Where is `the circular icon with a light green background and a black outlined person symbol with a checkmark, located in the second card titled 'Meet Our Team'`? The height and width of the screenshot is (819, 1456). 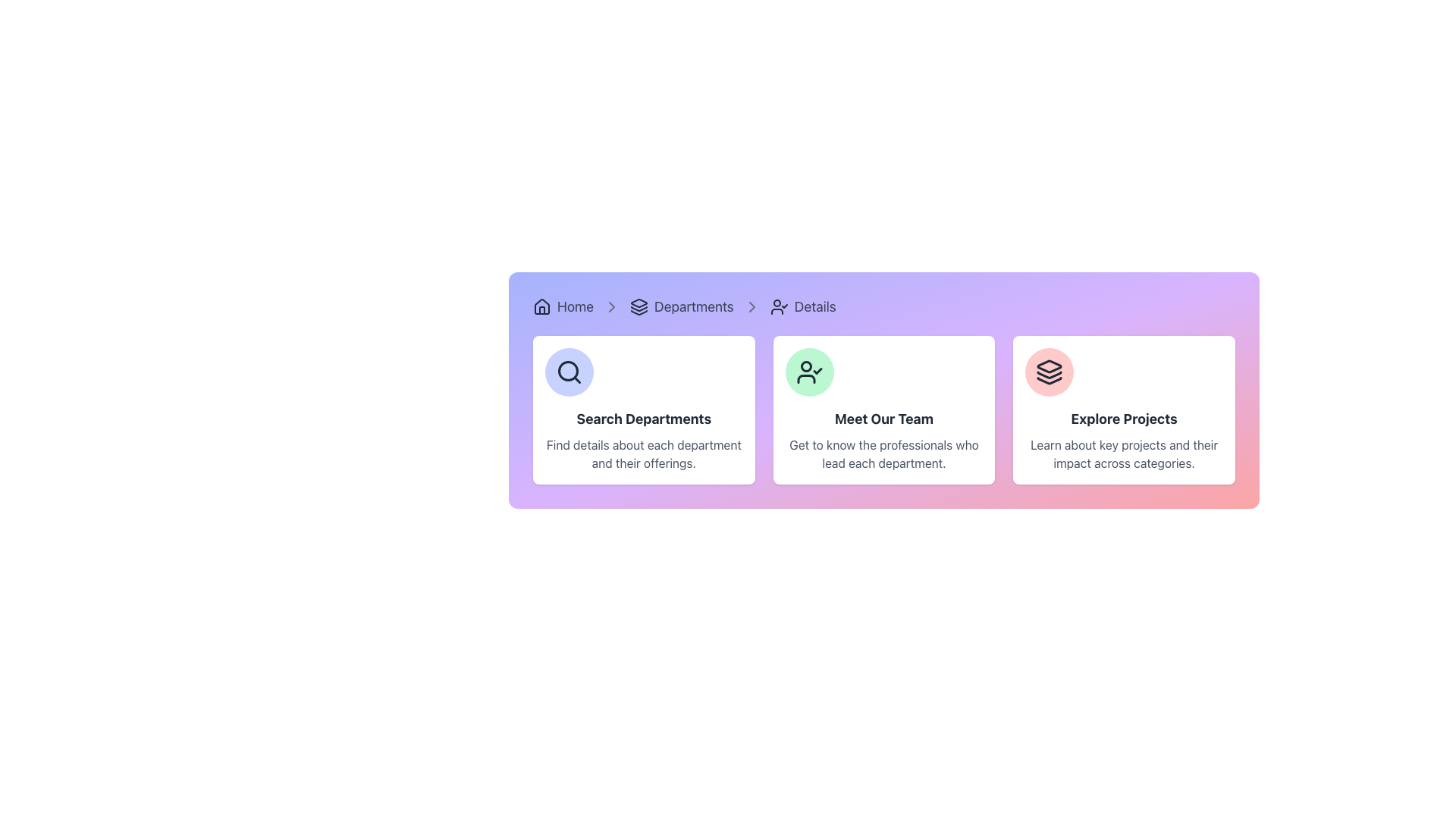 the circular icon with a light green background and a black outlined person symbol with a checkmark, located in the second card titled 'Meet Our Team' is located at coordinates (808, 372).